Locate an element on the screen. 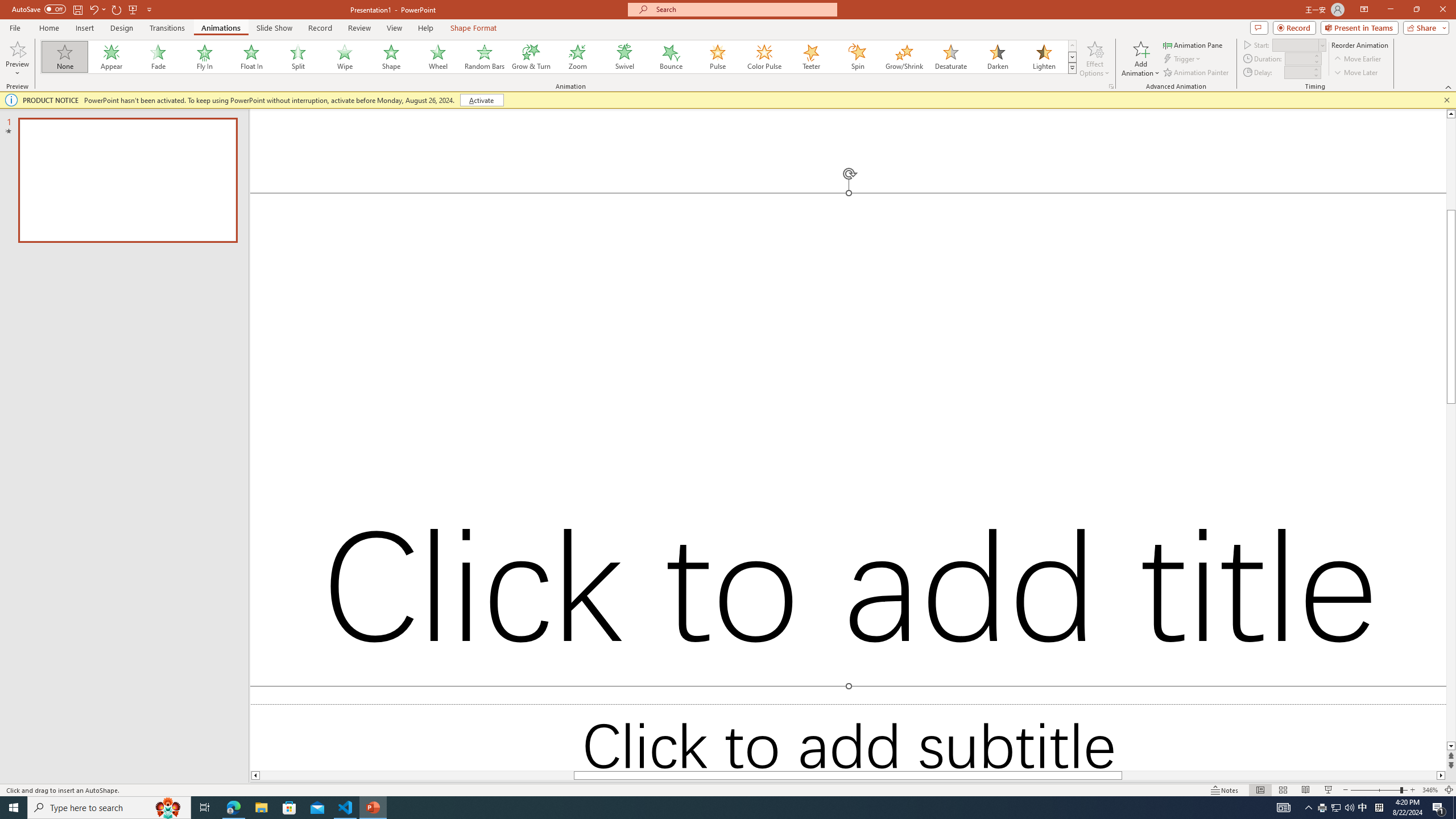 Image resolution: width=1456 pixels, height=819 pixels. 'Float In' is located at coordinates (251, 56).